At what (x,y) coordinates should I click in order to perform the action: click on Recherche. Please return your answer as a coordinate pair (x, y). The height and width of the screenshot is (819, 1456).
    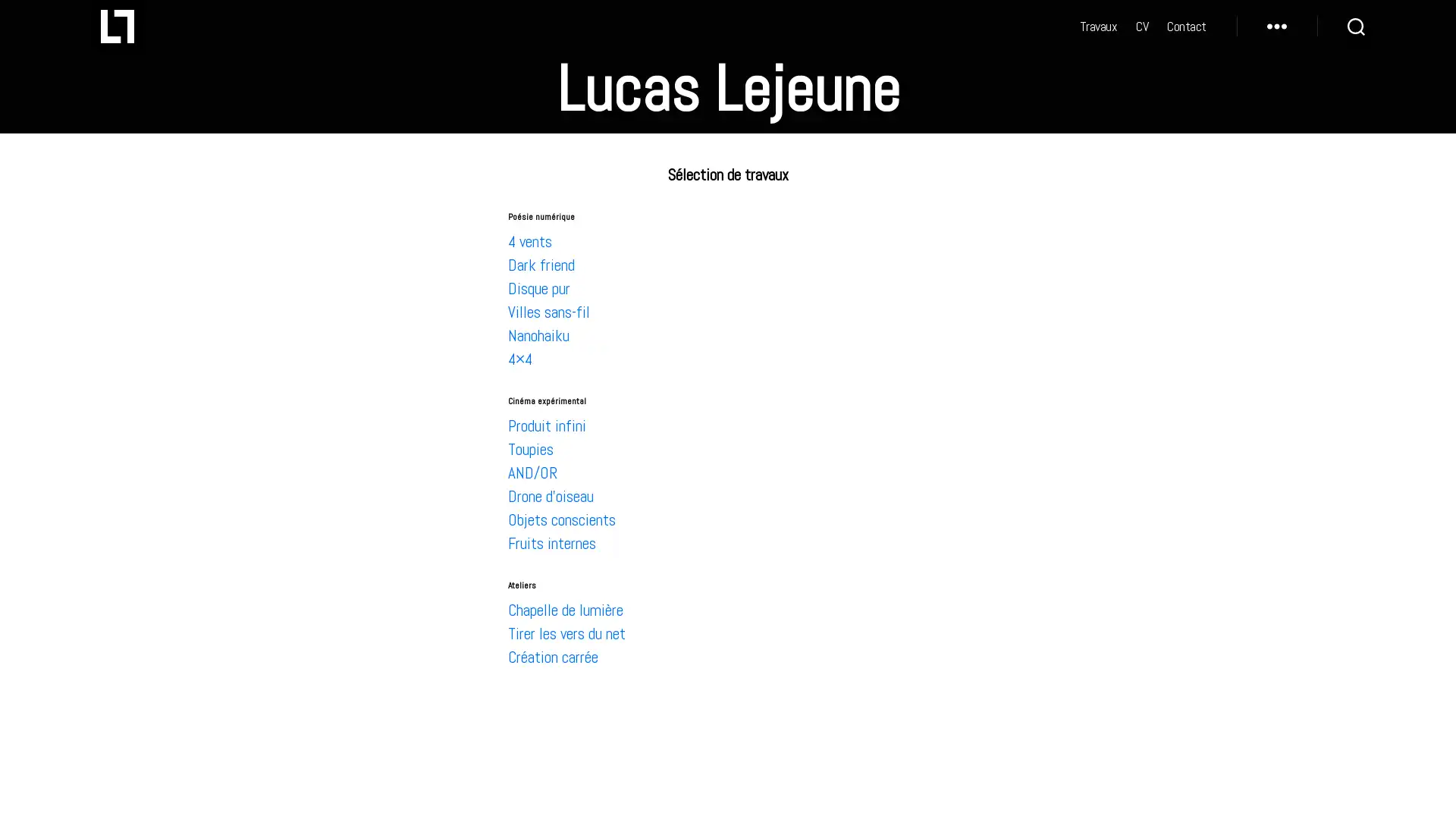
    Looking at the image, I should click on (1356, 34).